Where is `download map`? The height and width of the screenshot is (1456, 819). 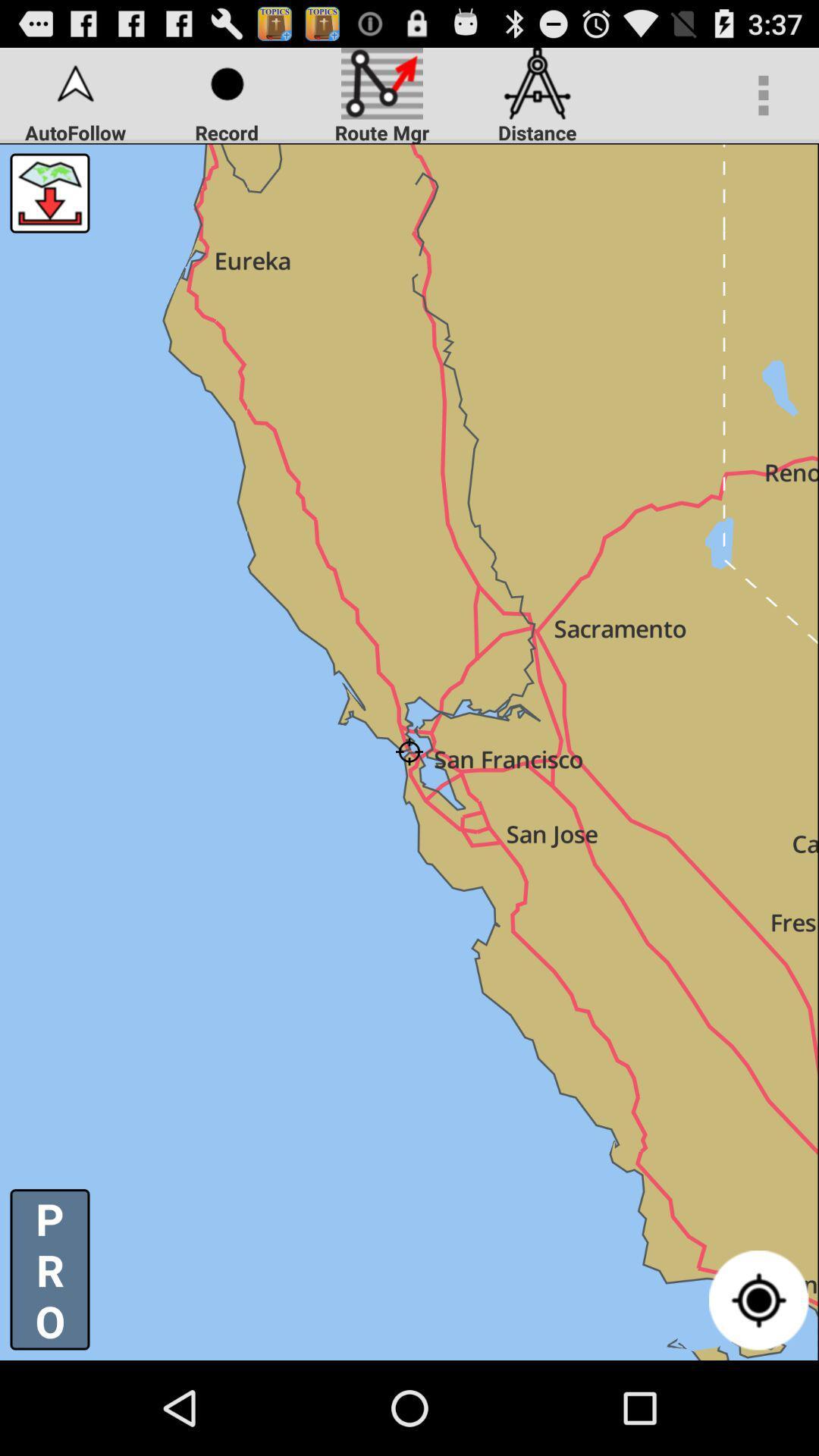 download map is located at coordinates (49, 192).